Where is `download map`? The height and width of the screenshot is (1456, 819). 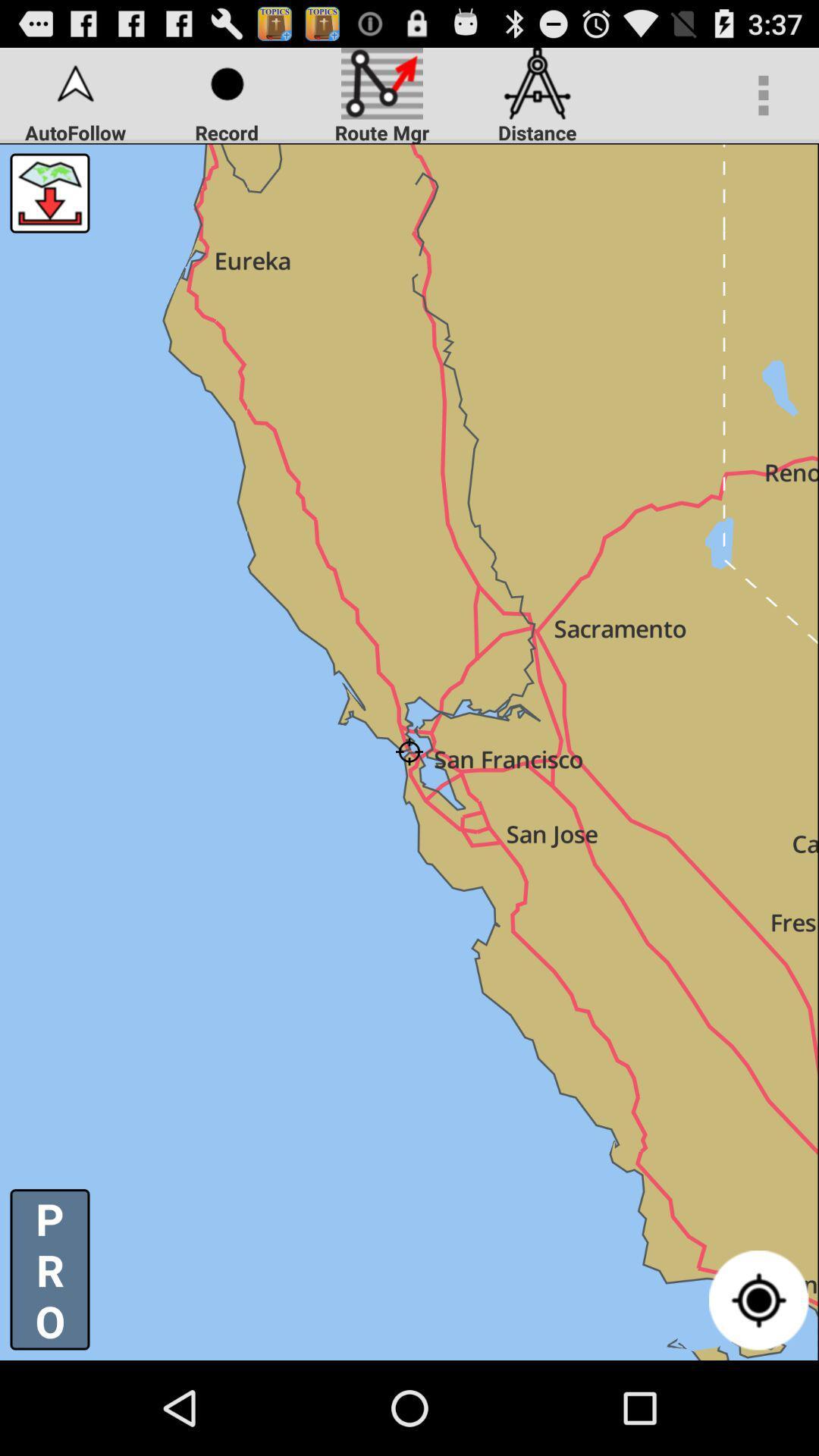 download map is located at coordinates (49, 192).